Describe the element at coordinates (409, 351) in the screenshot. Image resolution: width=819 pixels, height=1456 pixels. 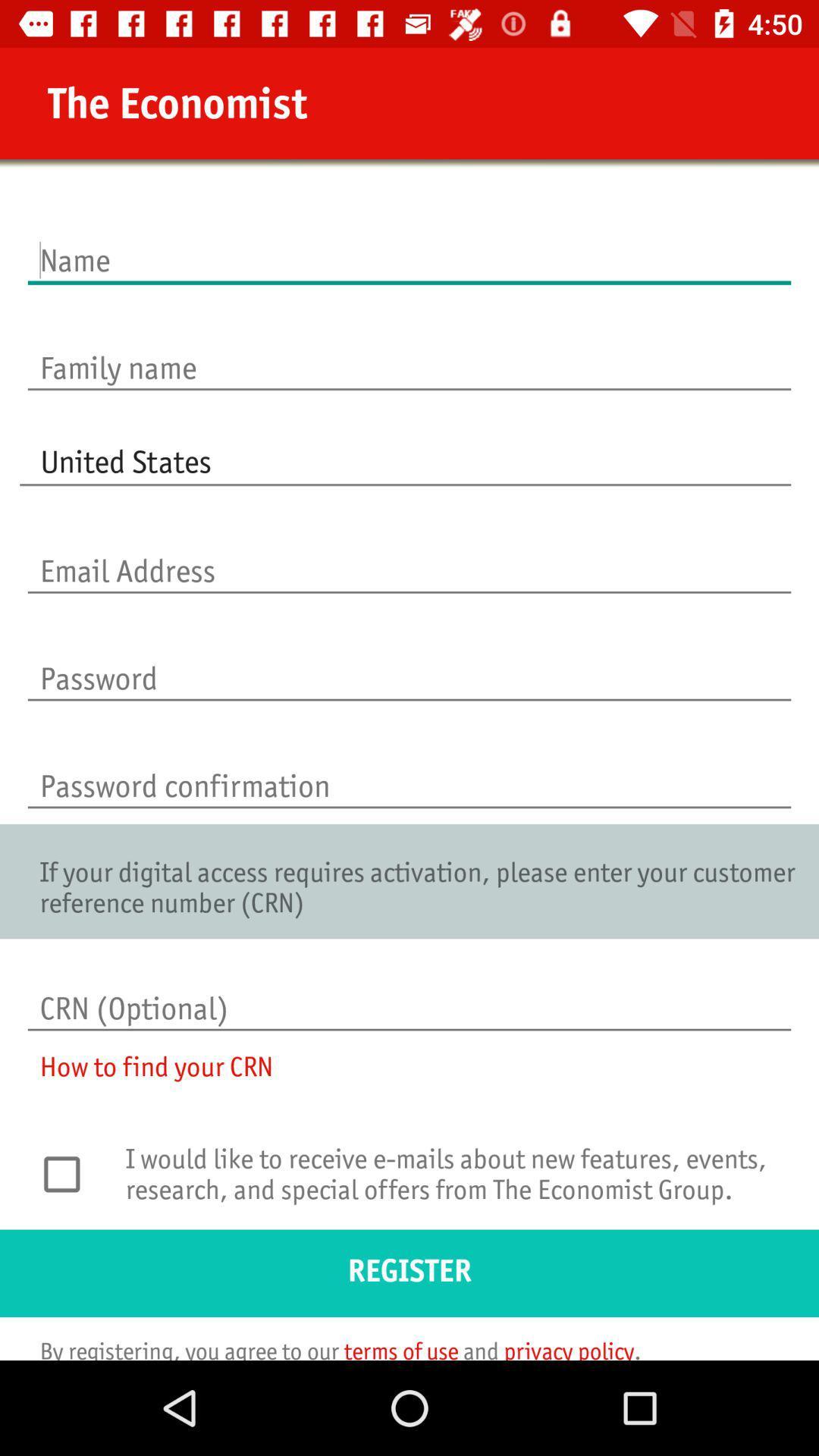
I see `type in family name` at that location.